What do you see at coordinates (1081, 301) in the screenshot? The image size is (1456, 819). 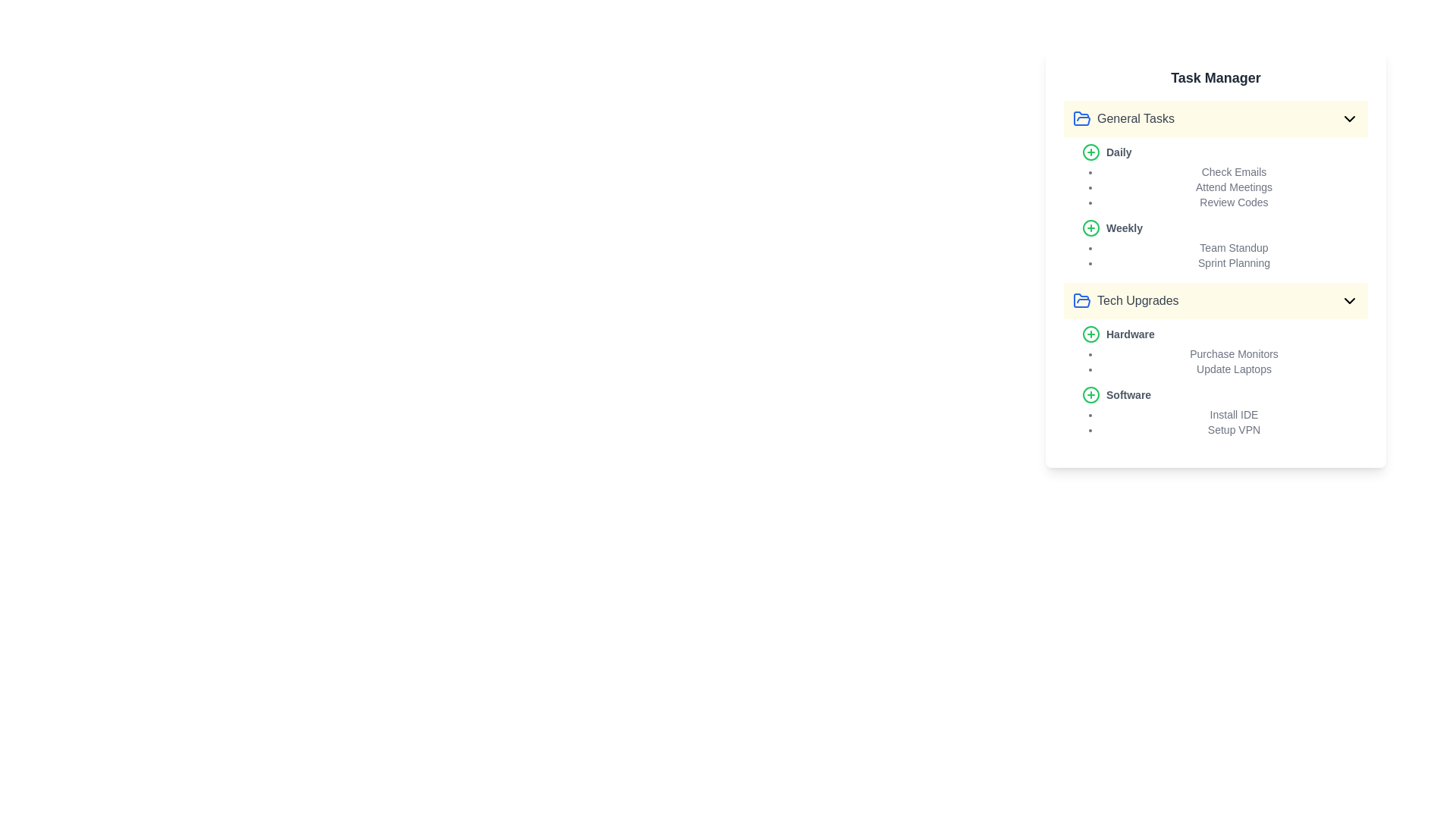 I see `the 'Tech Upgrades' Icon located in the left section of the 'Tech Upgrades' row in the sidebar, which serves as a category indicator` at bounding box center [1081, 301].